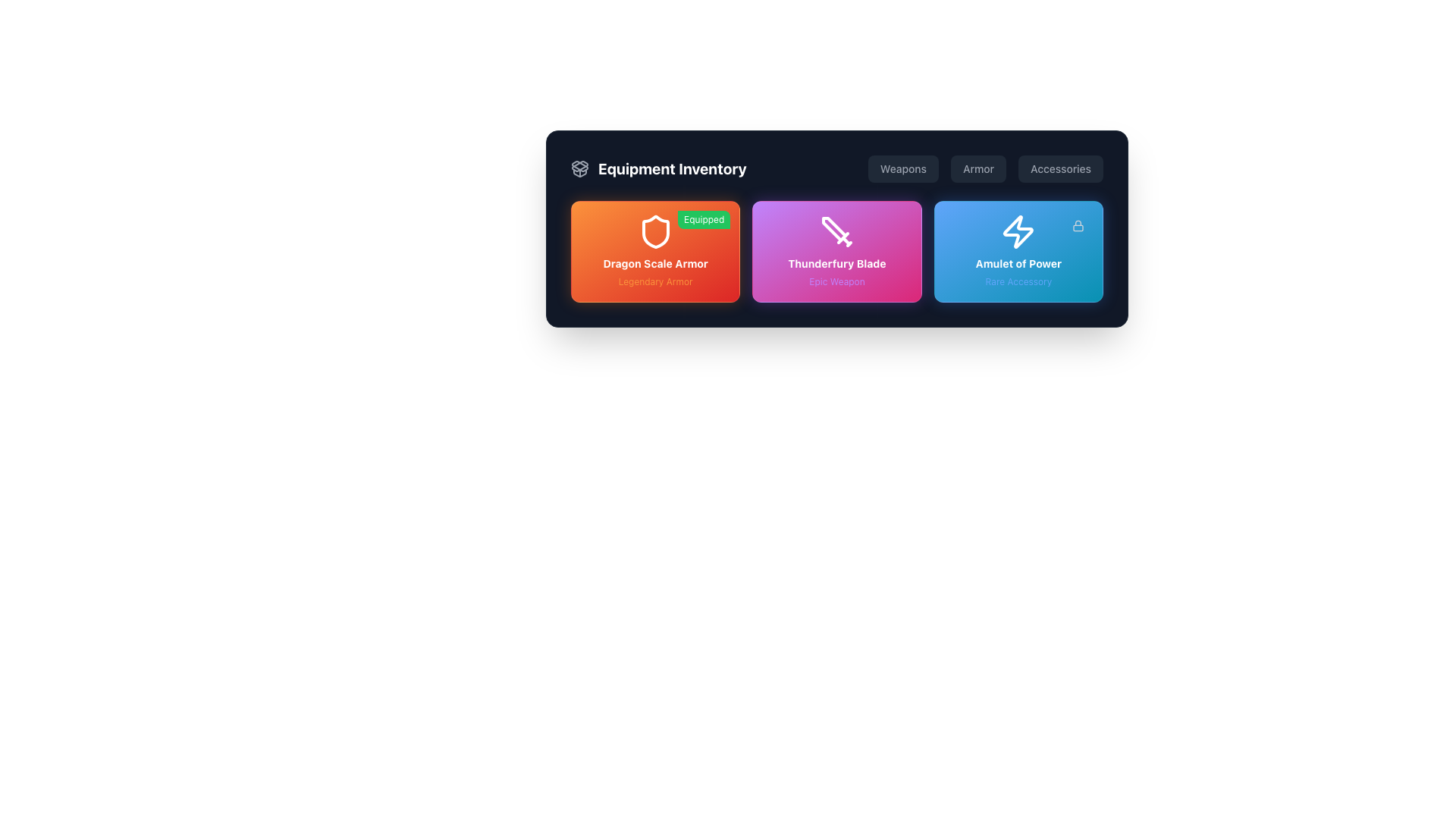 This screenshot has width=1456, height=819. Describe the element at coordinates (655, 250) in the screenshot. I see `the legendary armor information card in the Equipment Inventory, which is the first item in the grid layout` at that location.